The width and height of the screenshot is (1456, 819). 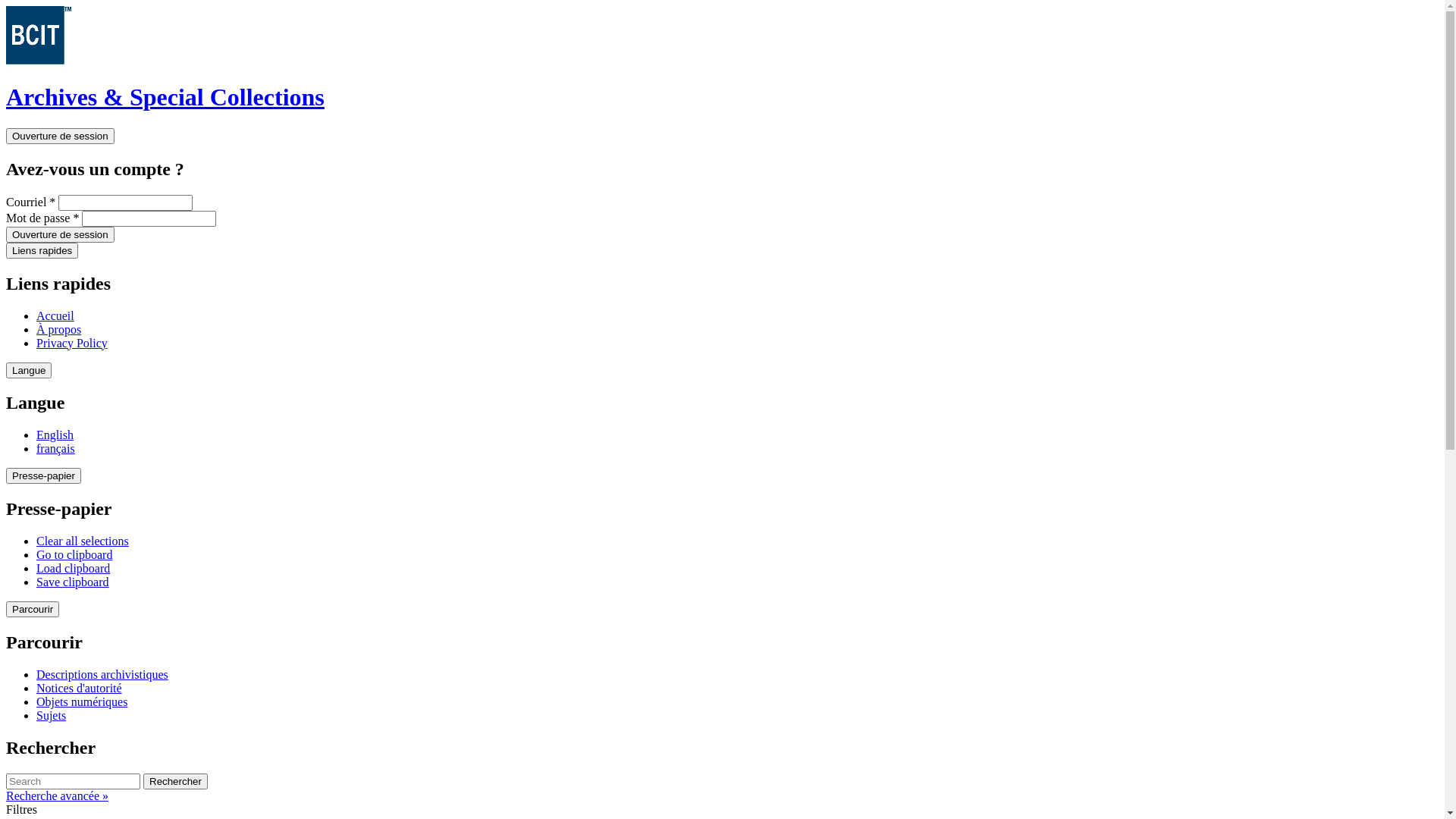 I want to click on 'Langue', so click(x=6, y=370).